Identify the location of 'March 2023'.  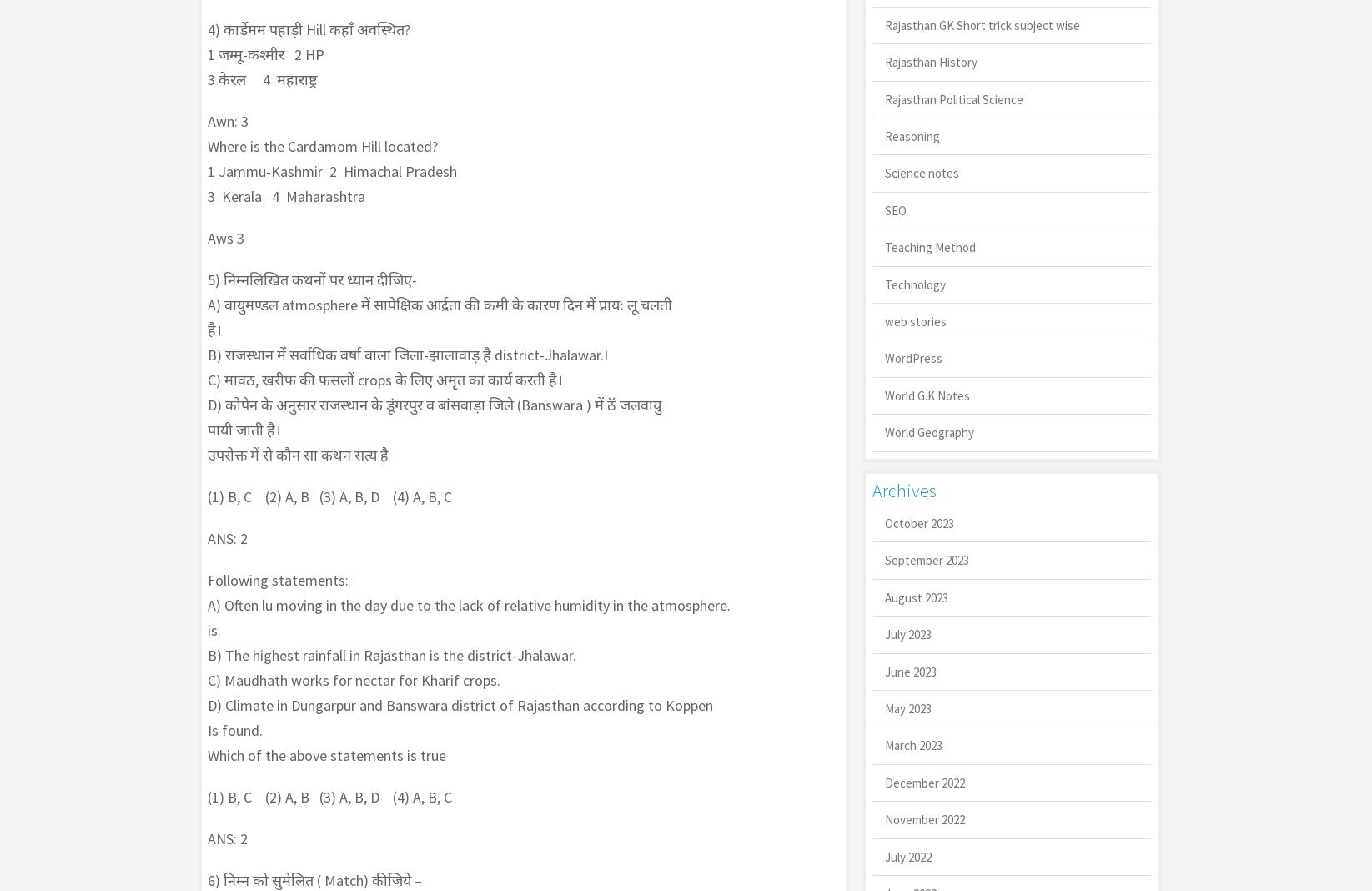
(912, 744).